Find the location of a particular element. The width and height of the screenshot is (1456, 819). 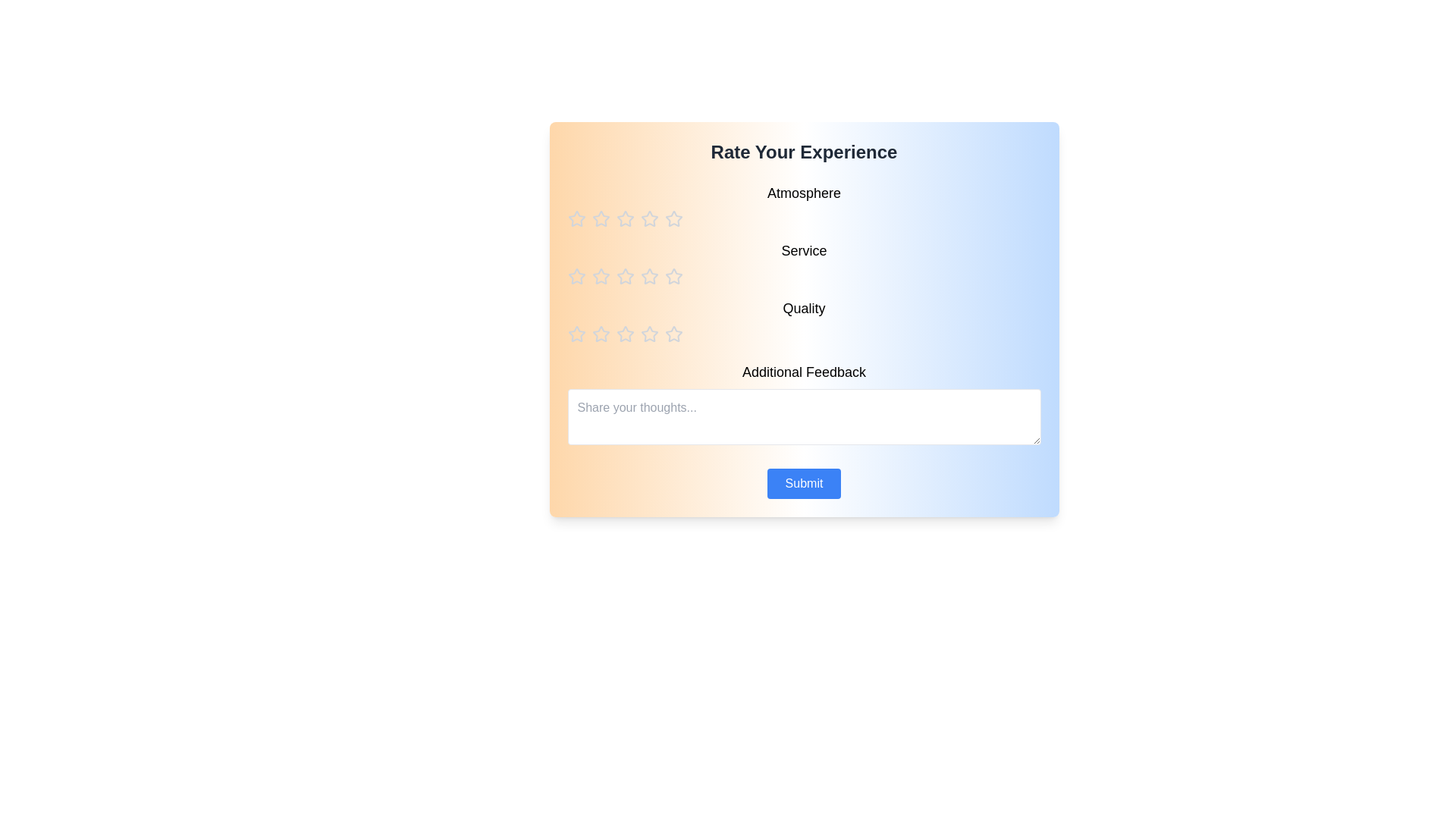

the star corresponding to the rating 1 for the category service is located at coordinates (576, 277).